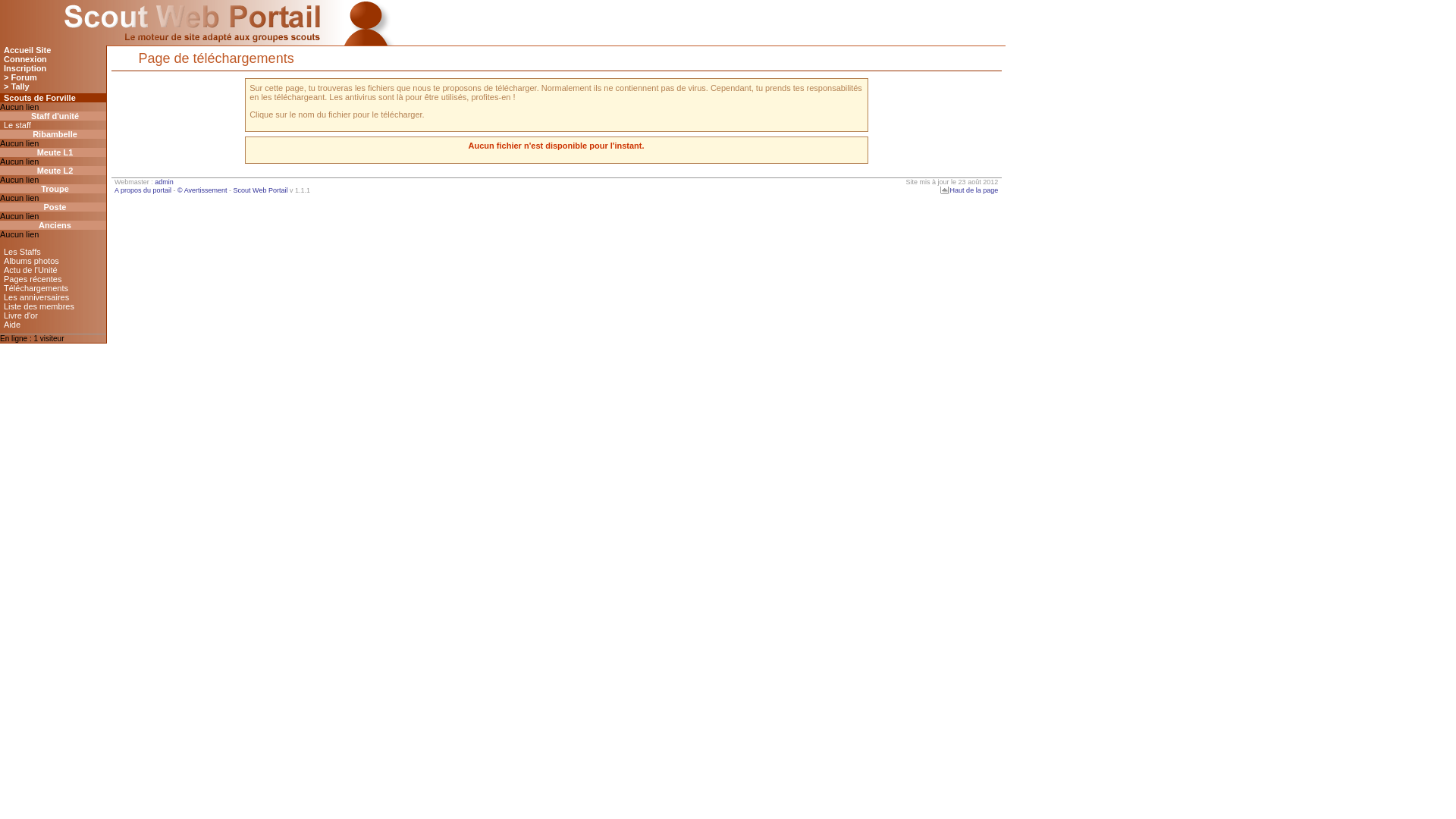  I want to click on 'admin', so click(154, 180).